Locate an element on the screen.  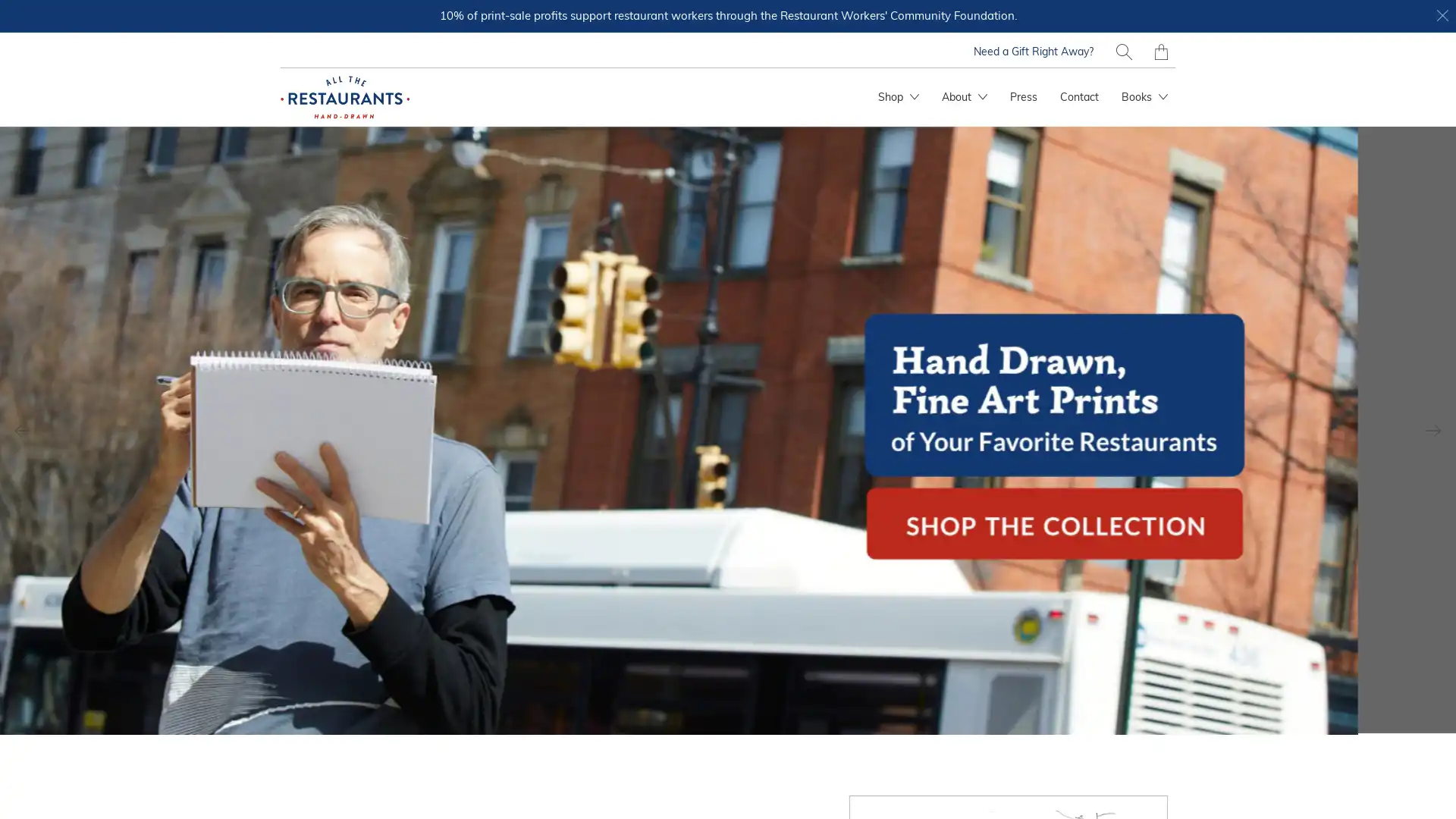
Next is located at coordinates (1432, 430).